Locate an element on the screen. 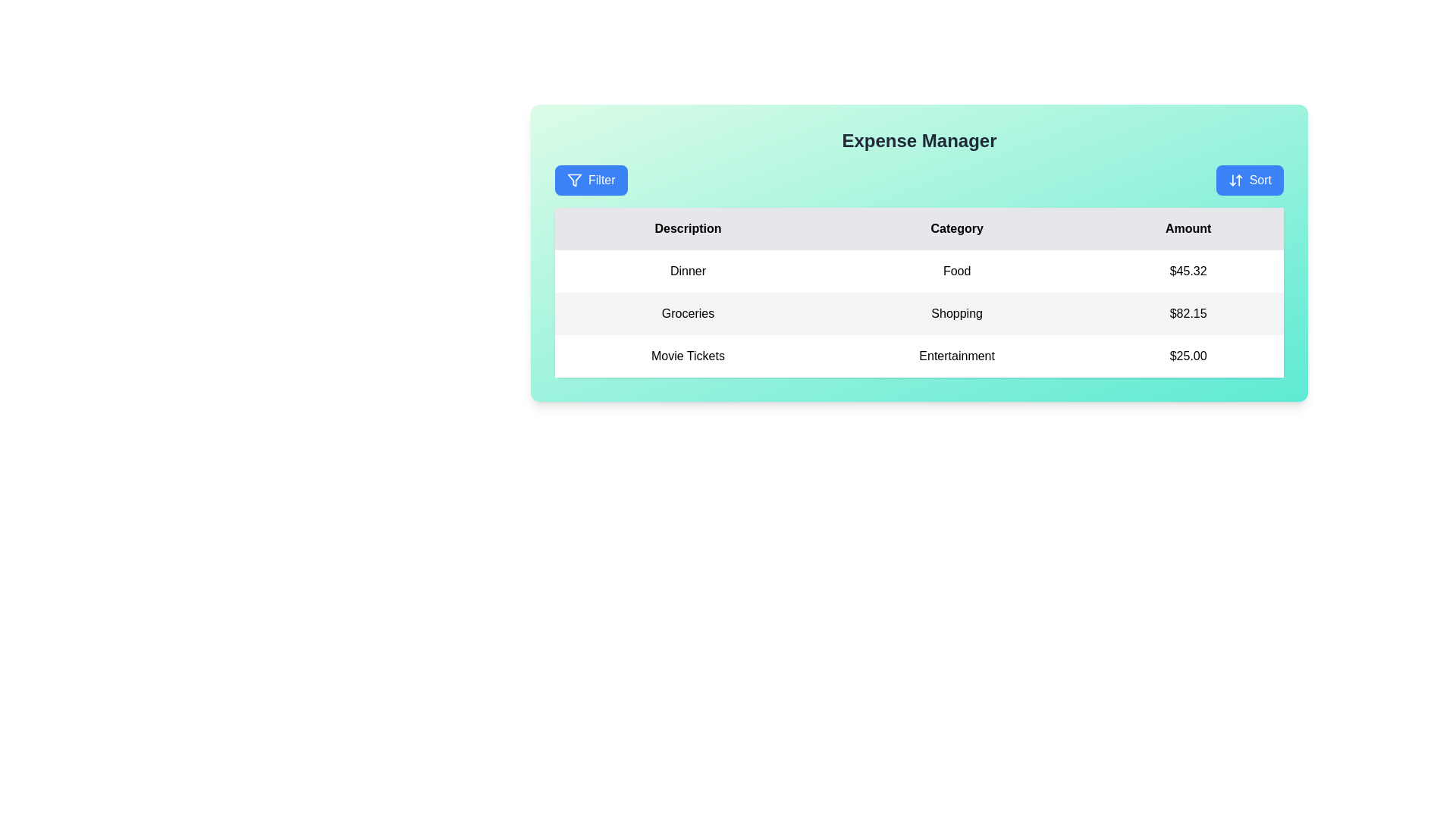 Image resolution: width=1456 pixels, height=819 pixels. appearance of the filter icon located to the left of the text inside the 'Filter' button at the top-left corner of the content area is located at coordinates (574, 180).